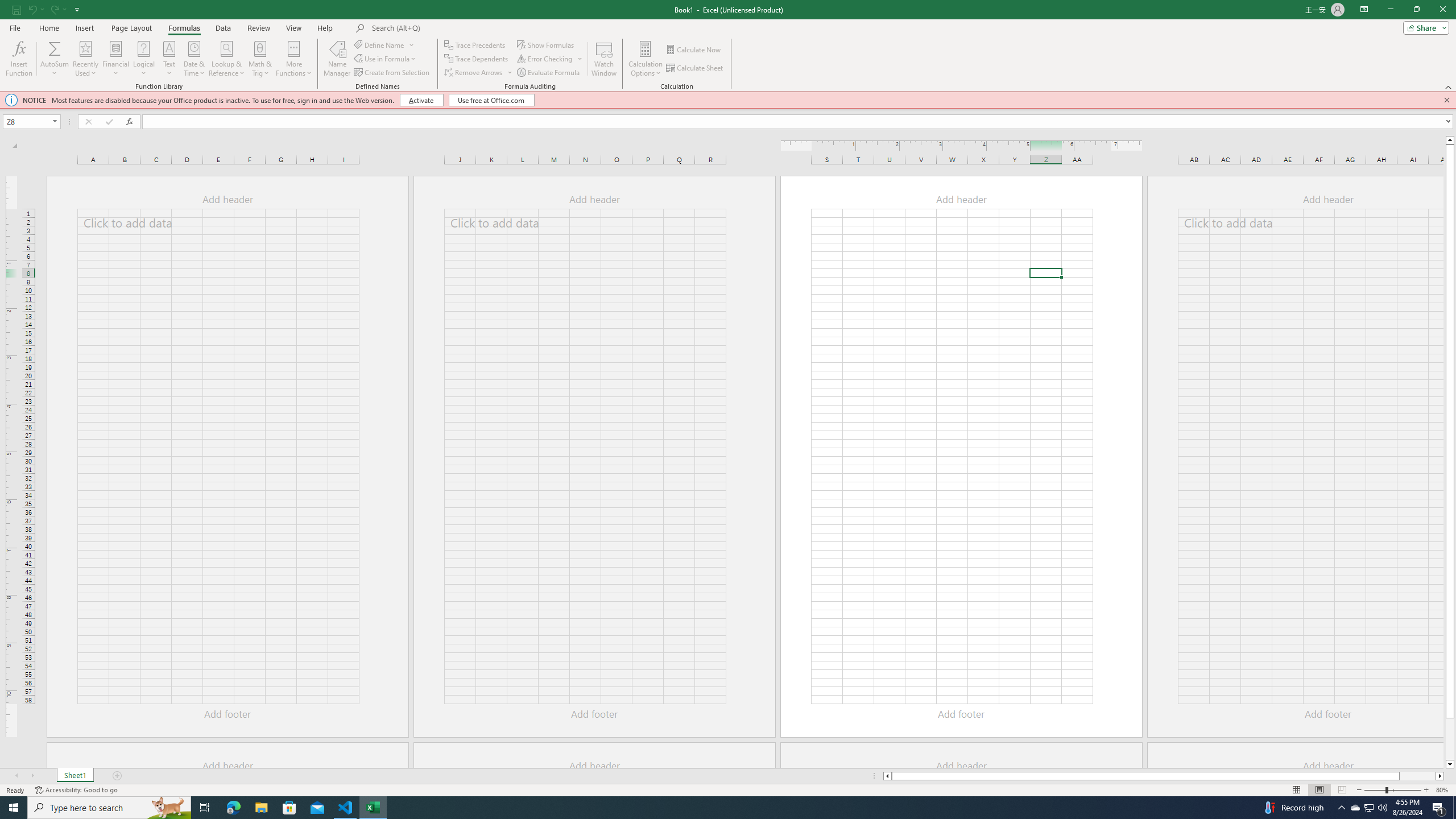 This screenshot has width=1456, height=819. What do you see at coordinates (227, 59) in the screenshot?
I see `'Lookup & Reference'` at bounding box center [227, 59].